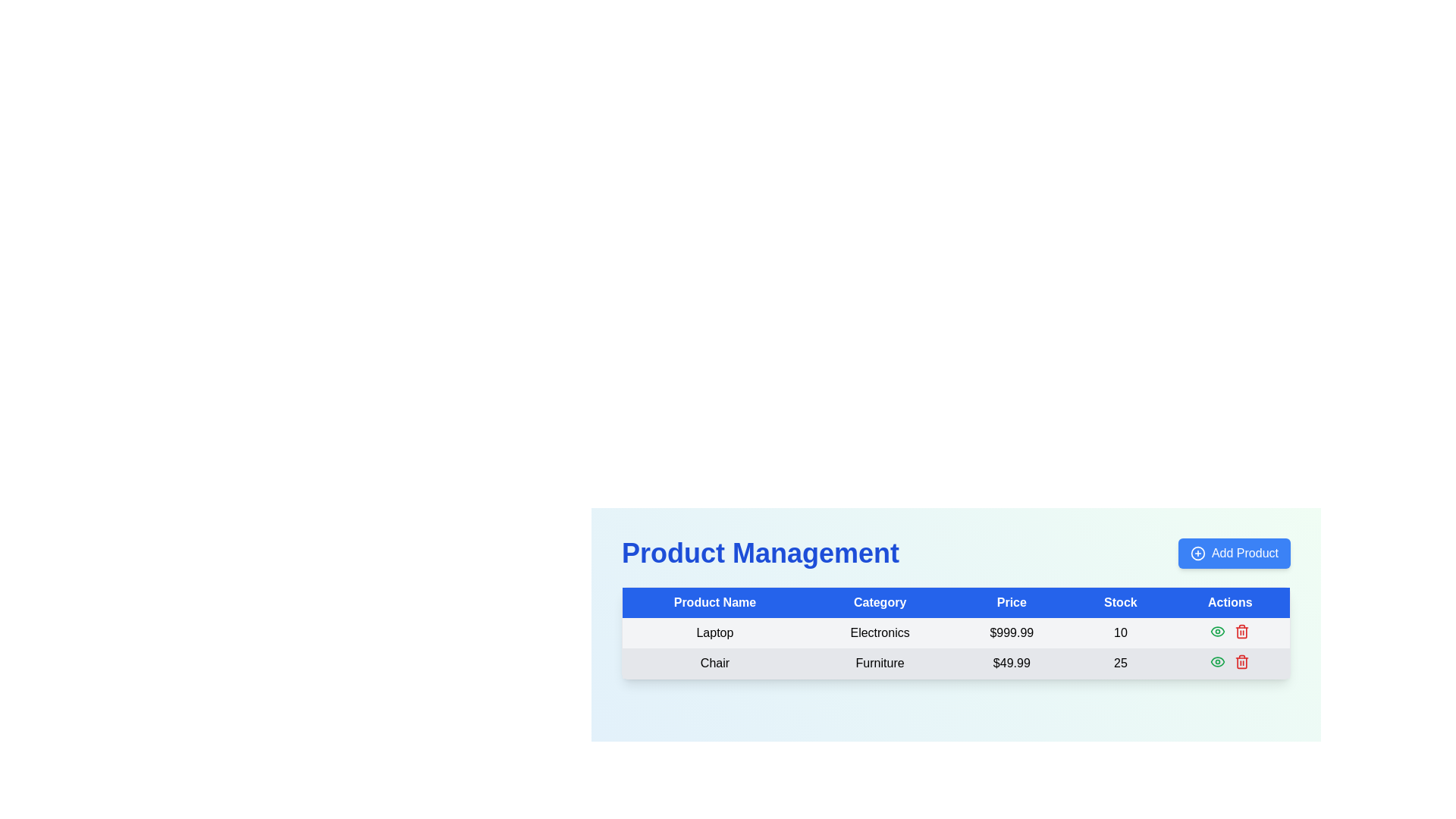  I want to click on the 'Laptop' text label in the 'Product Name' column of the product management table, so click(714, 632).